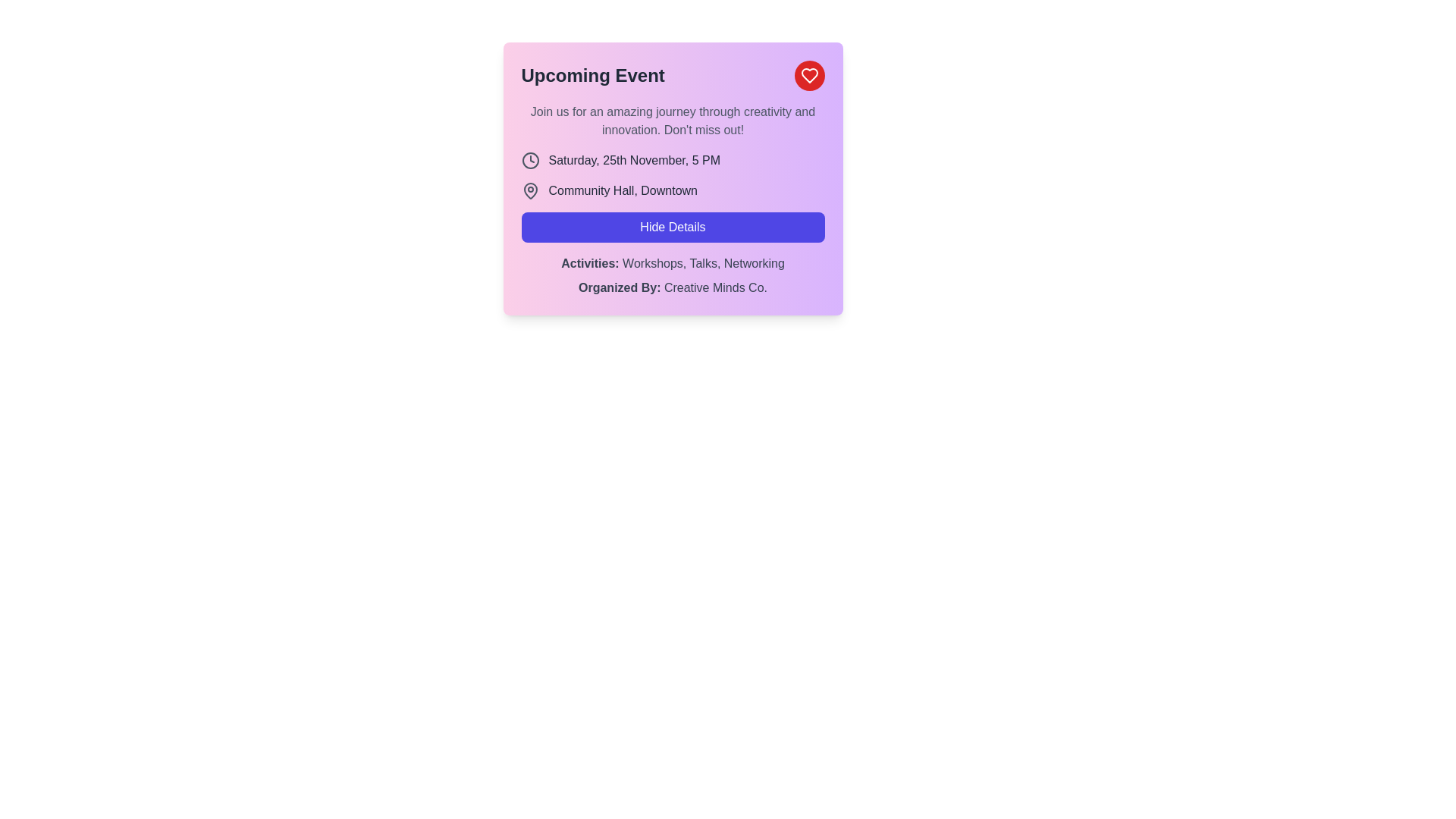 This screenshot has height=819, width=1456. I want to click on the location pin icon with a gray outline that is positioned to the left of the text 'Community Hall, Downtown', so click(530, 190).